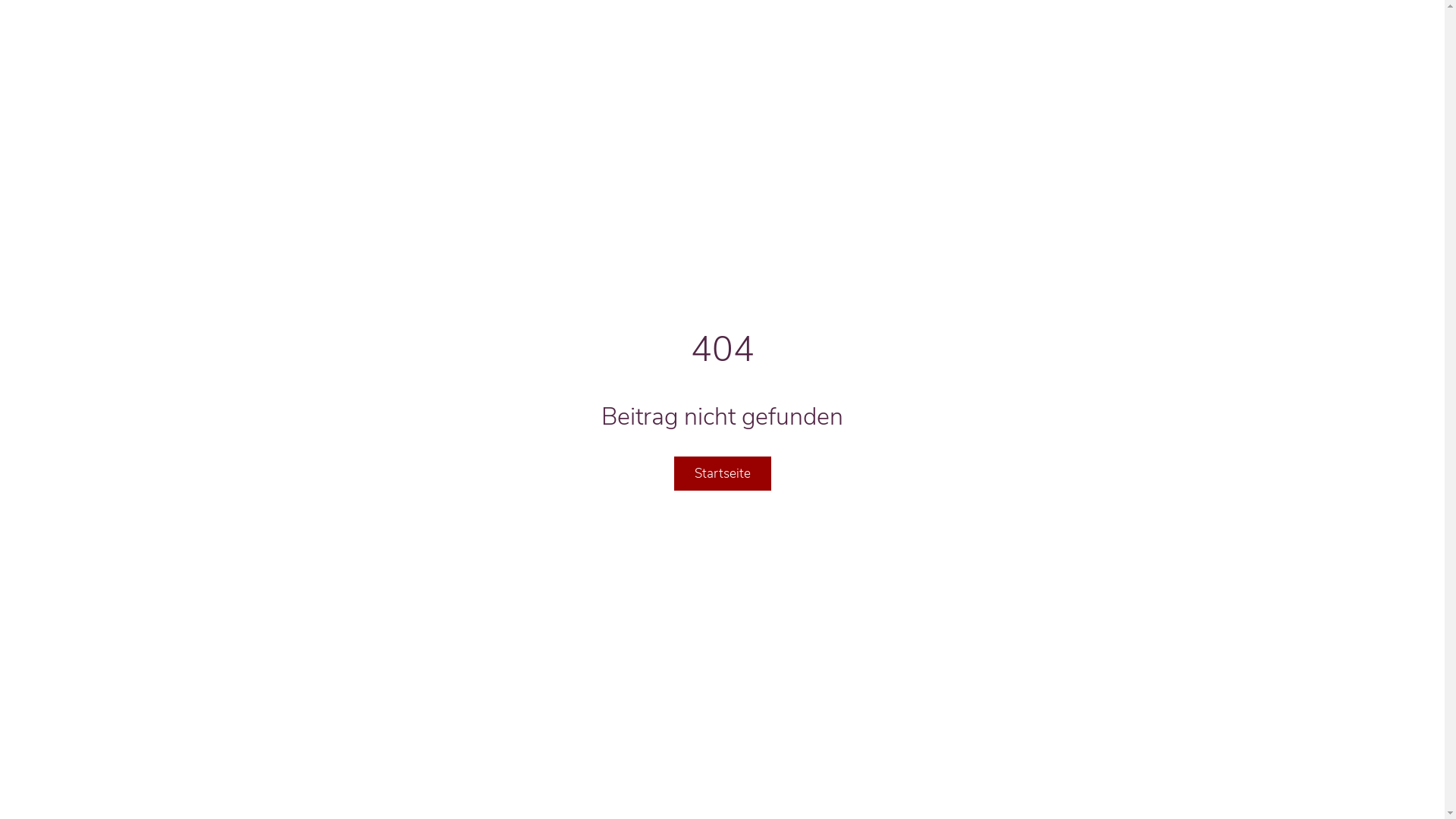  I want to click on 'Startseite', so click(720, 472).